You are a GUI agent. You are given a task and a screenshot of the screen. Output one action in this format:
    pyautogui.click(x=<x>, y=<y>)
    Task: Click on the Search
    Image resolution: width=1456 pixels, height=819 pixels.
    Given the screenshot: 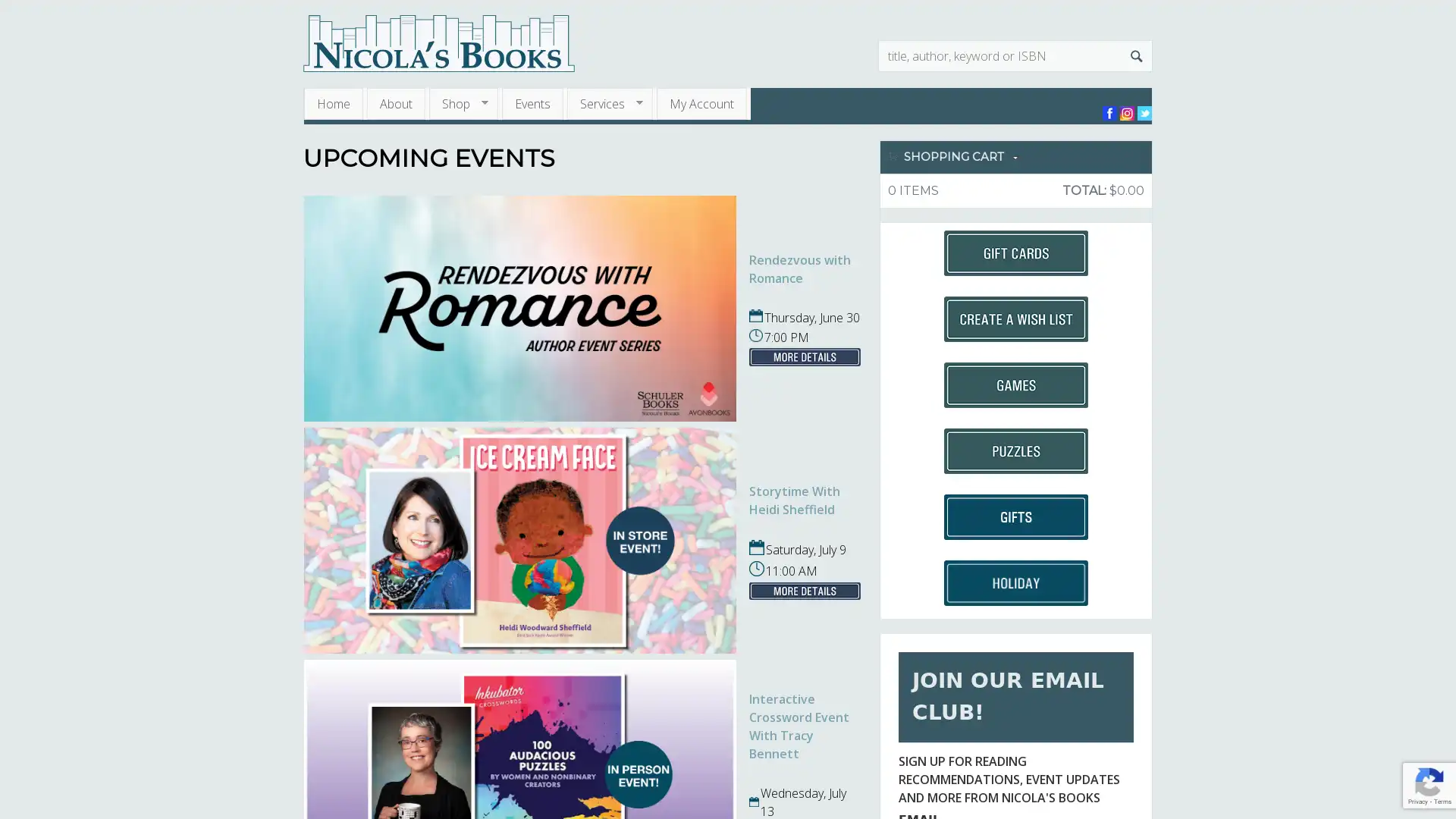 What is the action you would take?
    pyautogui.click(x=1136, y=55)
    